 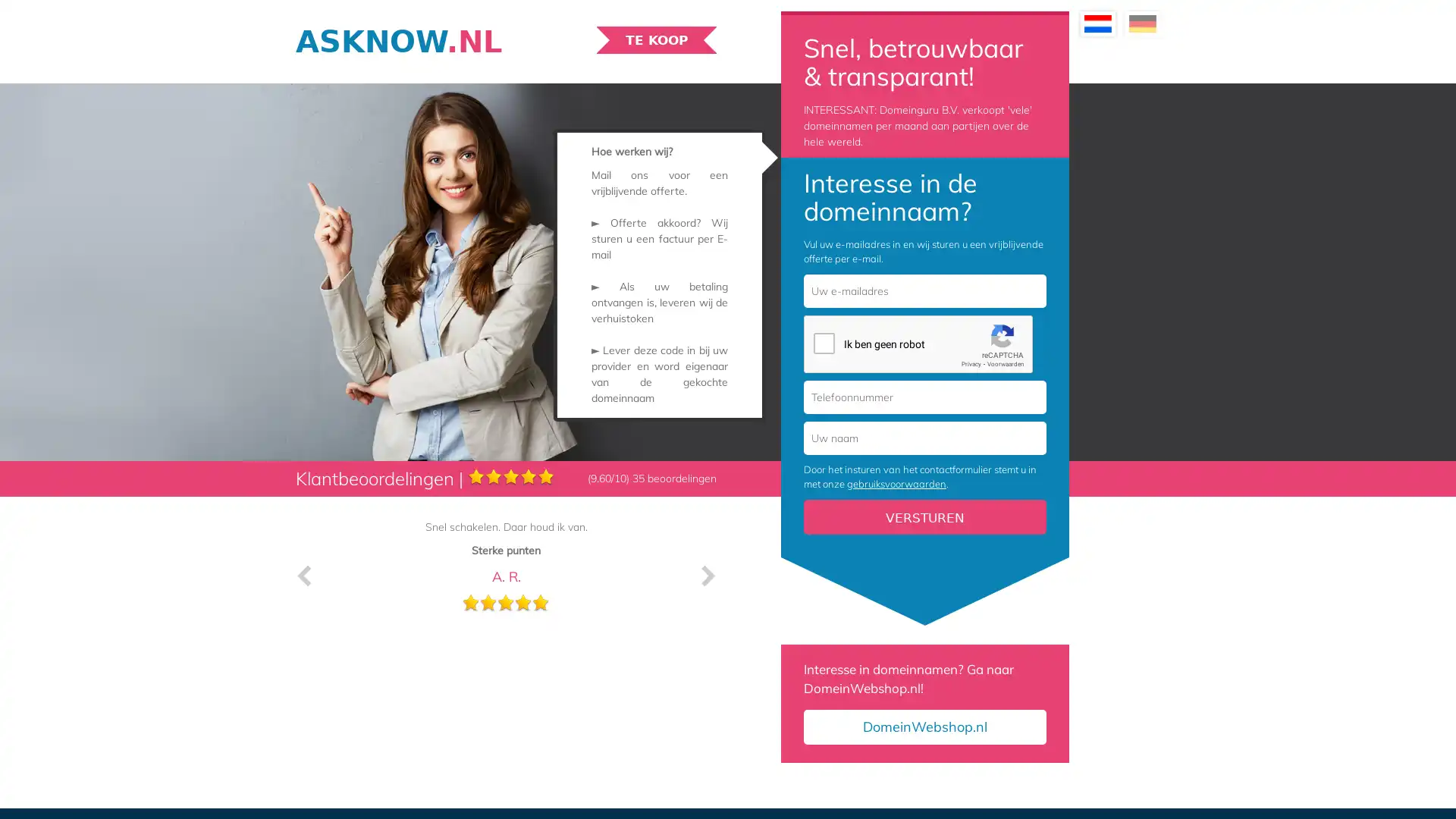 What do you see at coordinates (924, 516) in the screenshot?
I see `Versturen` at bounding box center [924, 516].